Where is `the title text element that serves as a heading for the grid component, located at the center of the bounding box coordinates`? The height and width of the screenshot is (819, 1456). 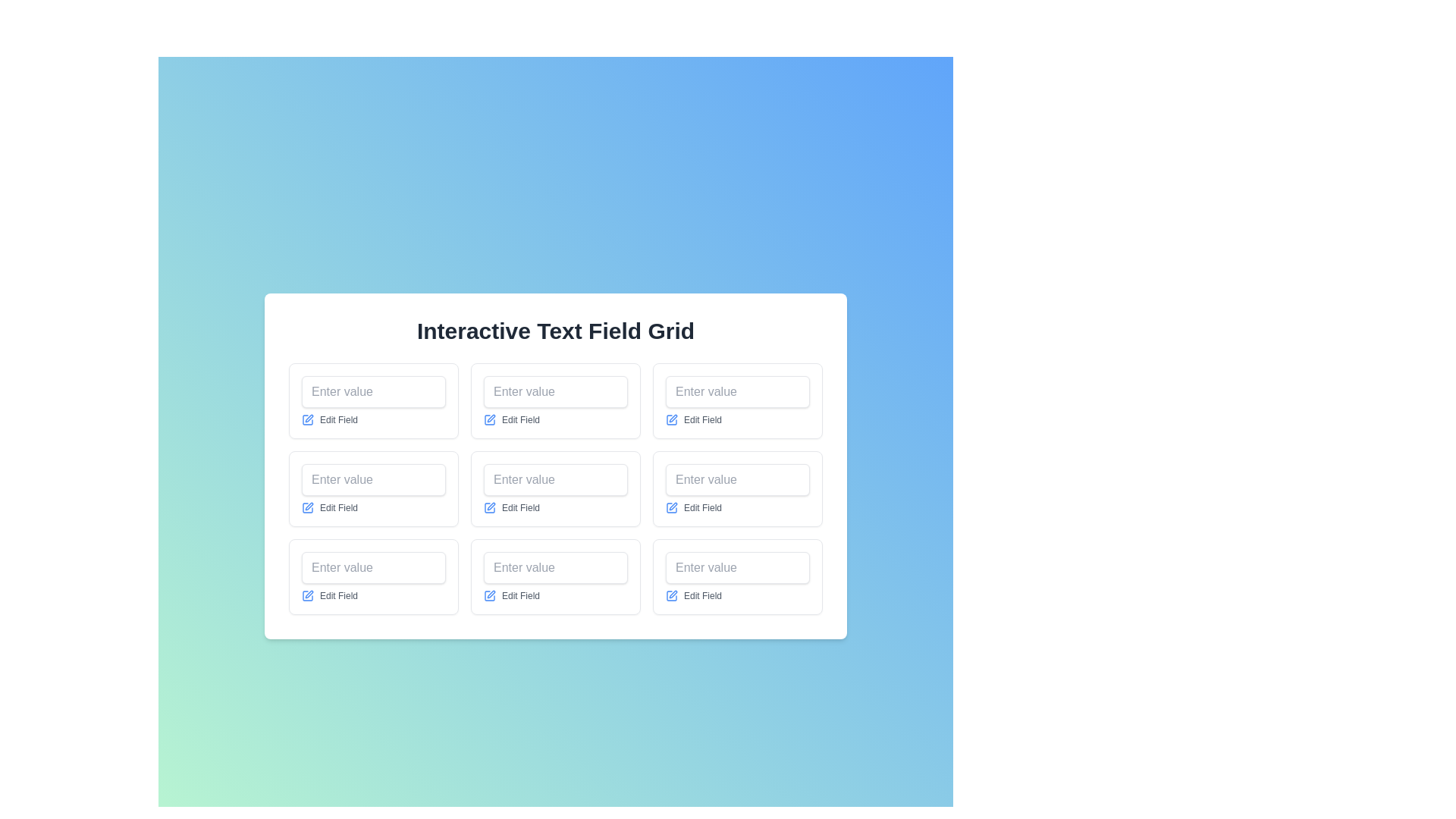 the title text element that serves as a heading for the grid component, located at the center of the bounding box coordinates is located at coordinates (555, 330).